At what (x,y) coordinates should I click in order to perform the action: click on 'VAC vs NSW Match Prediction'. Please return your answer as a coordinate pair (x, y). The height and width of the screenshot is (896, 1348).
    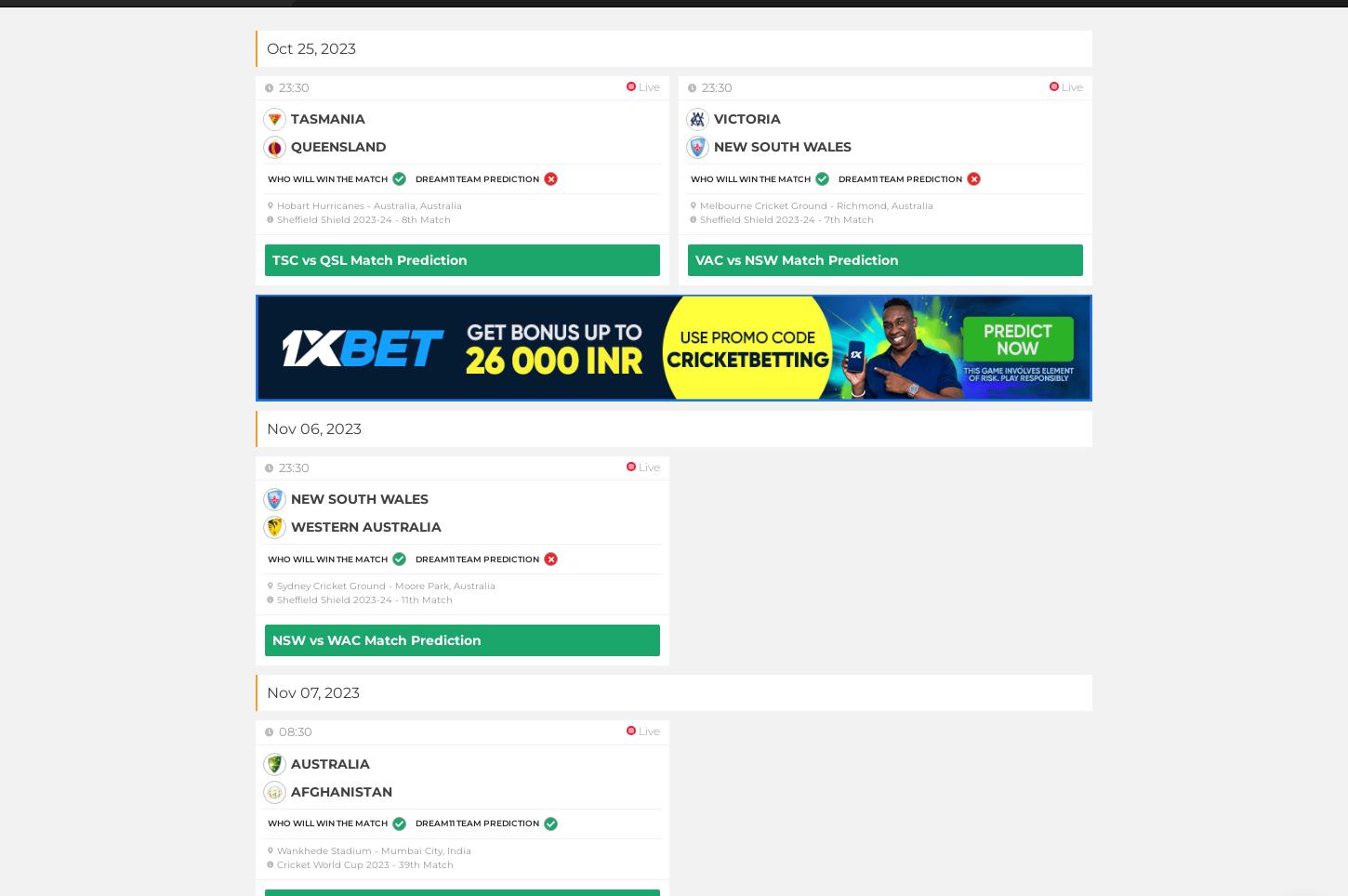
    Looking at the image, I should click on (796, 259).